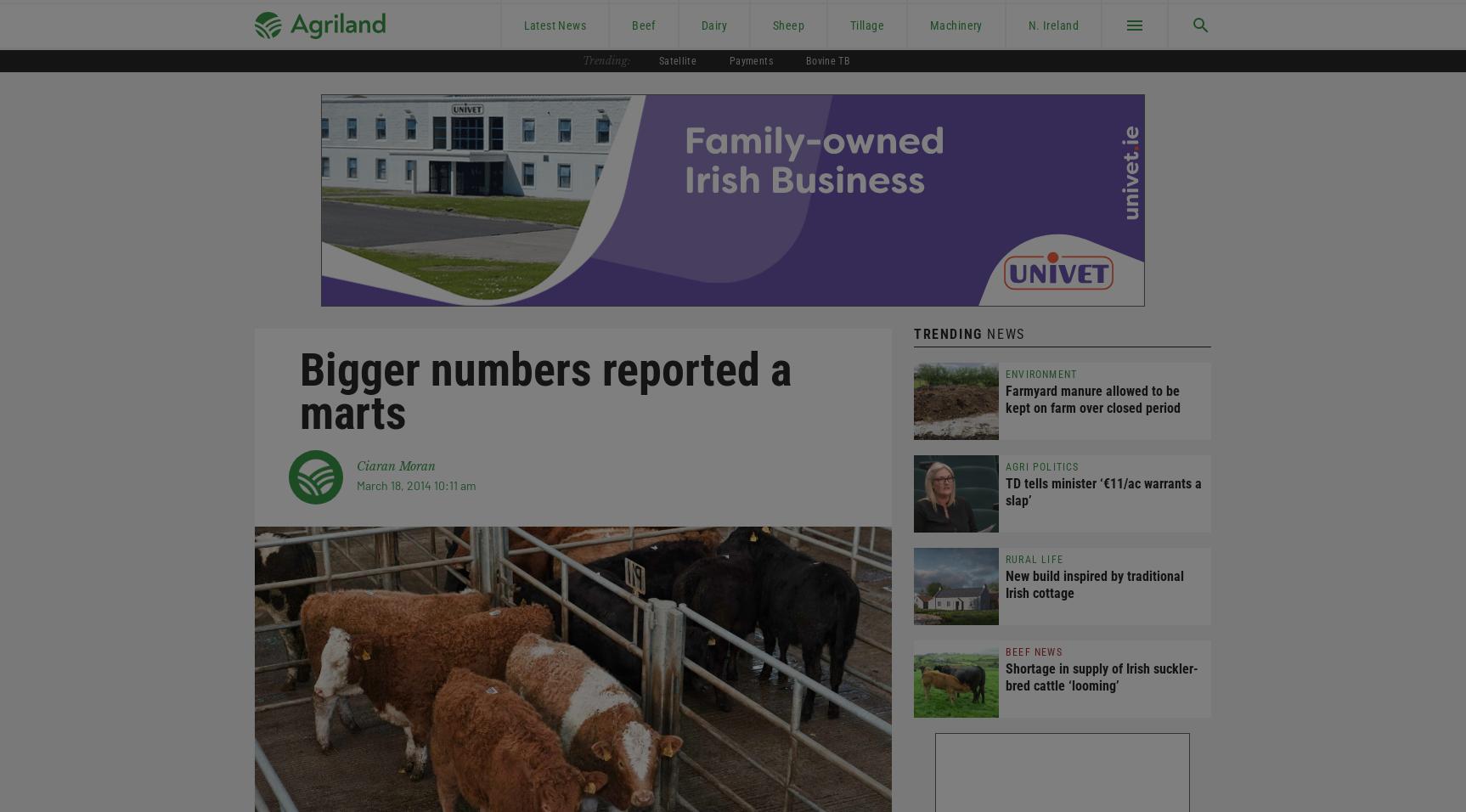 The height and width of the screenshot is (812, 1466). Describe the element at coordinates (1101, 675) in the screenshot. I see `'Shortage in supply of Irish suckler-bred cattle ‘looming’'` at that location.